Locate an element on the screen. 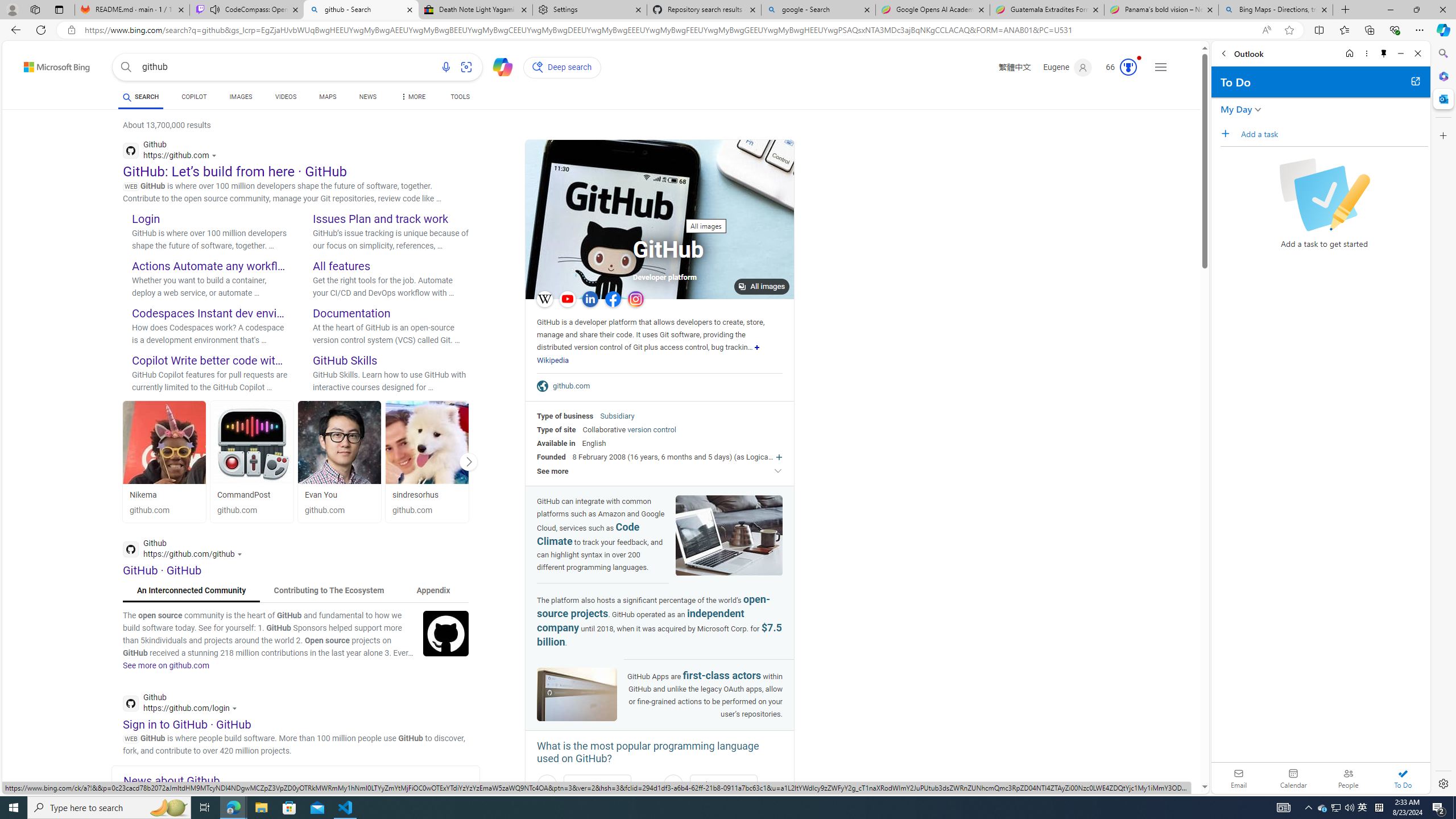 Image resolution: width=1456 pixels, height=819 pixels. 'Calendar. Date today is 22' is located at coordinates (1293, 777).